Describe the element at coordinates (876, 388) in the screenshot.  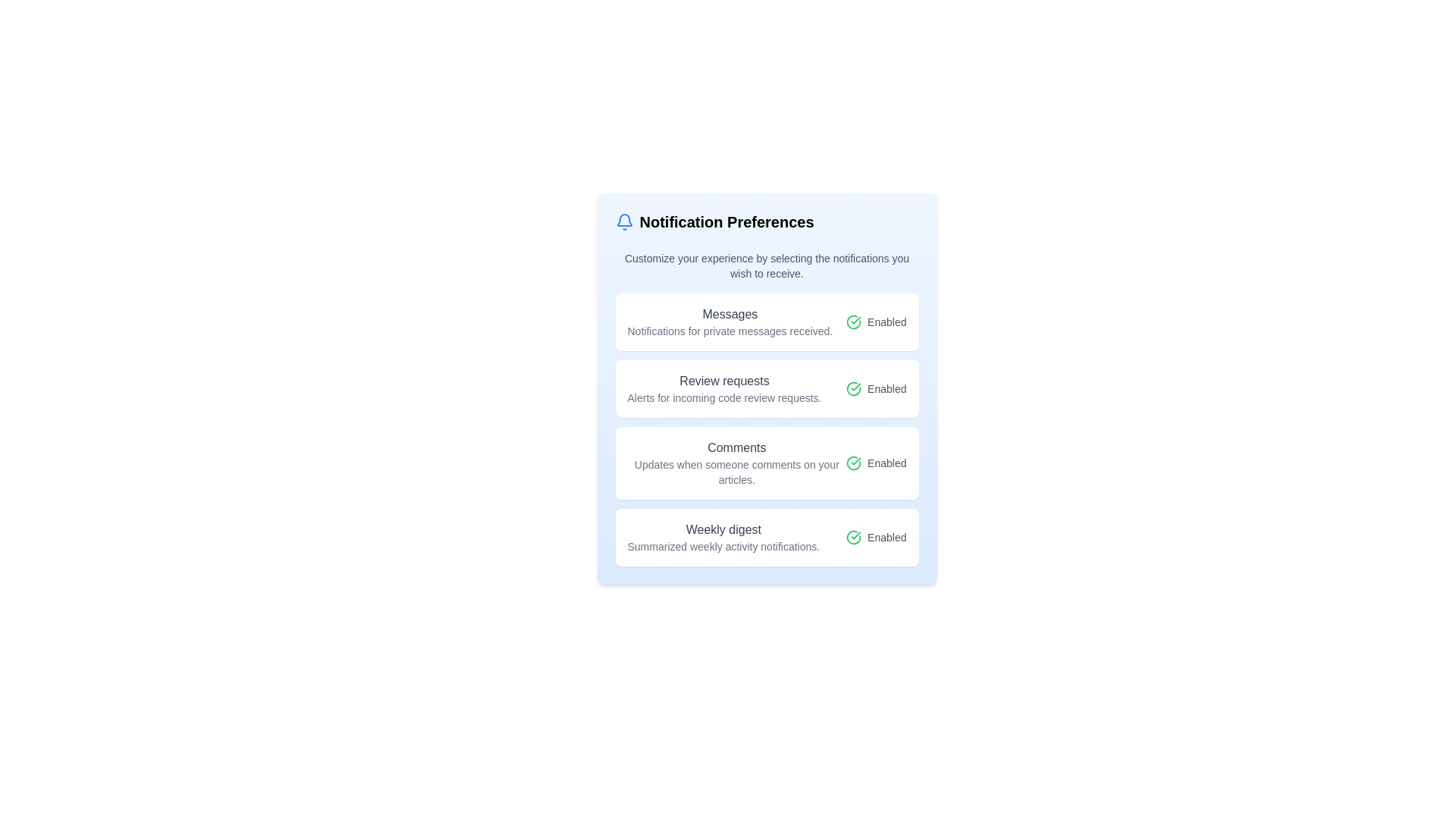
I see `text of the status label displaying 'Enabled', which is paired with a green circular checkmark icon, located in the 'Review requests' section of the 'Notification Preferences' panel` at that location.